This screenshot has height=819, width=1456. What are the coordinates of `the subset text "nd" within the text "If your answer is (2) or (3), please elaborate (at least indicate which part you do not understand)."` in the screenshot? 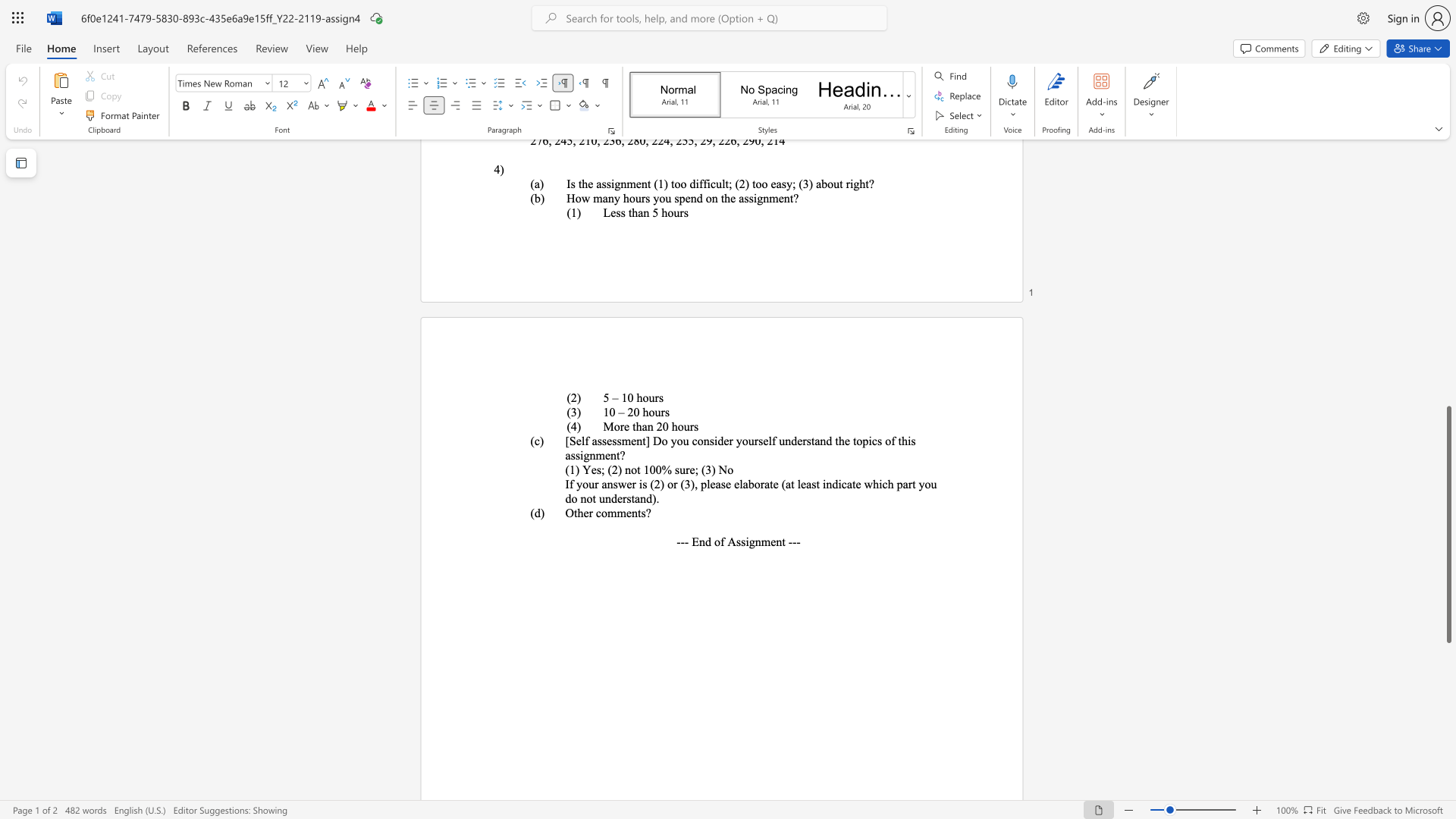 It's located at (825, 484).